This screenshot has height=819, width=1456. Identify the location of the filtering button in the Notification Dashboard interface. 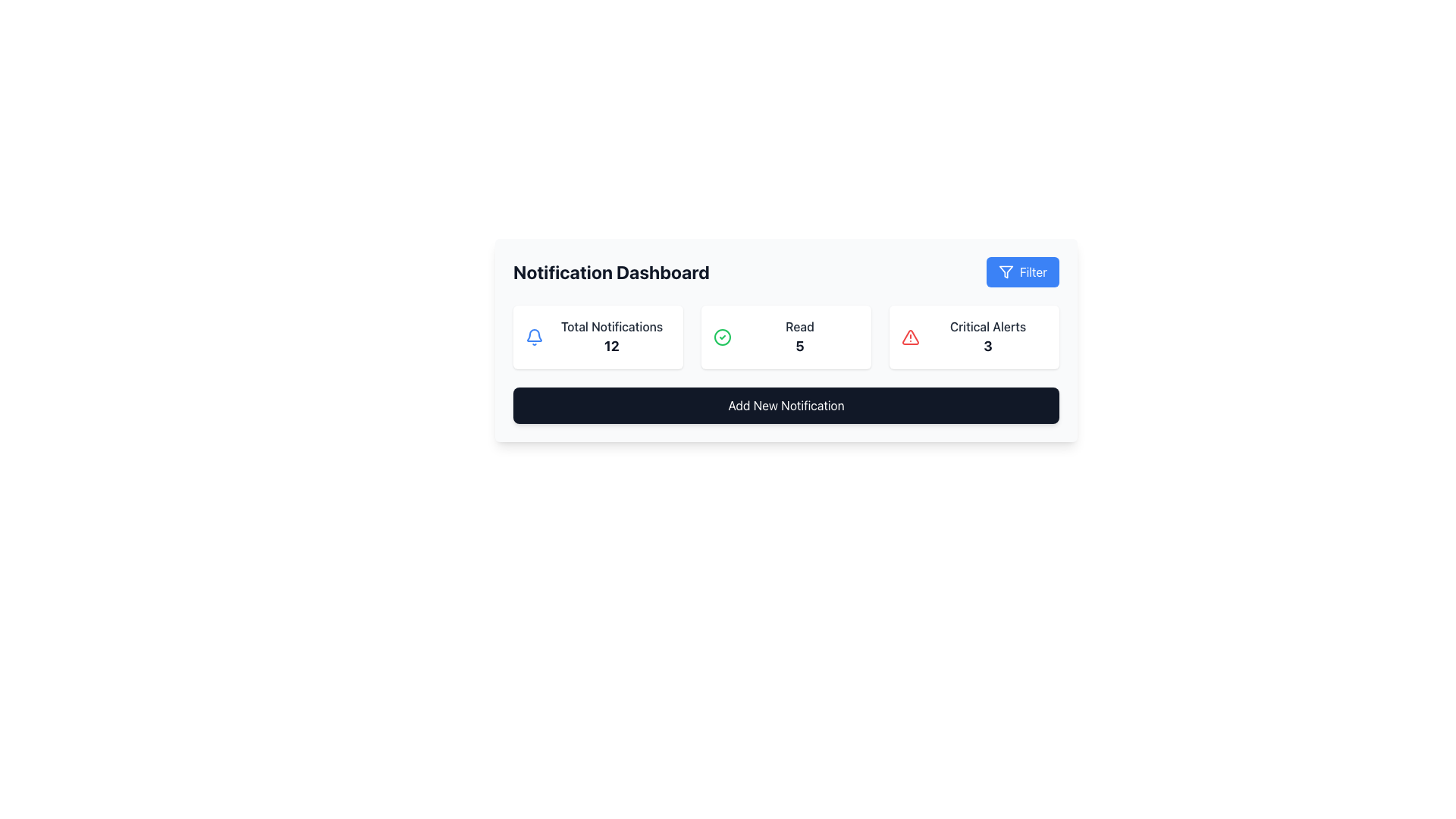
(1022, 271).